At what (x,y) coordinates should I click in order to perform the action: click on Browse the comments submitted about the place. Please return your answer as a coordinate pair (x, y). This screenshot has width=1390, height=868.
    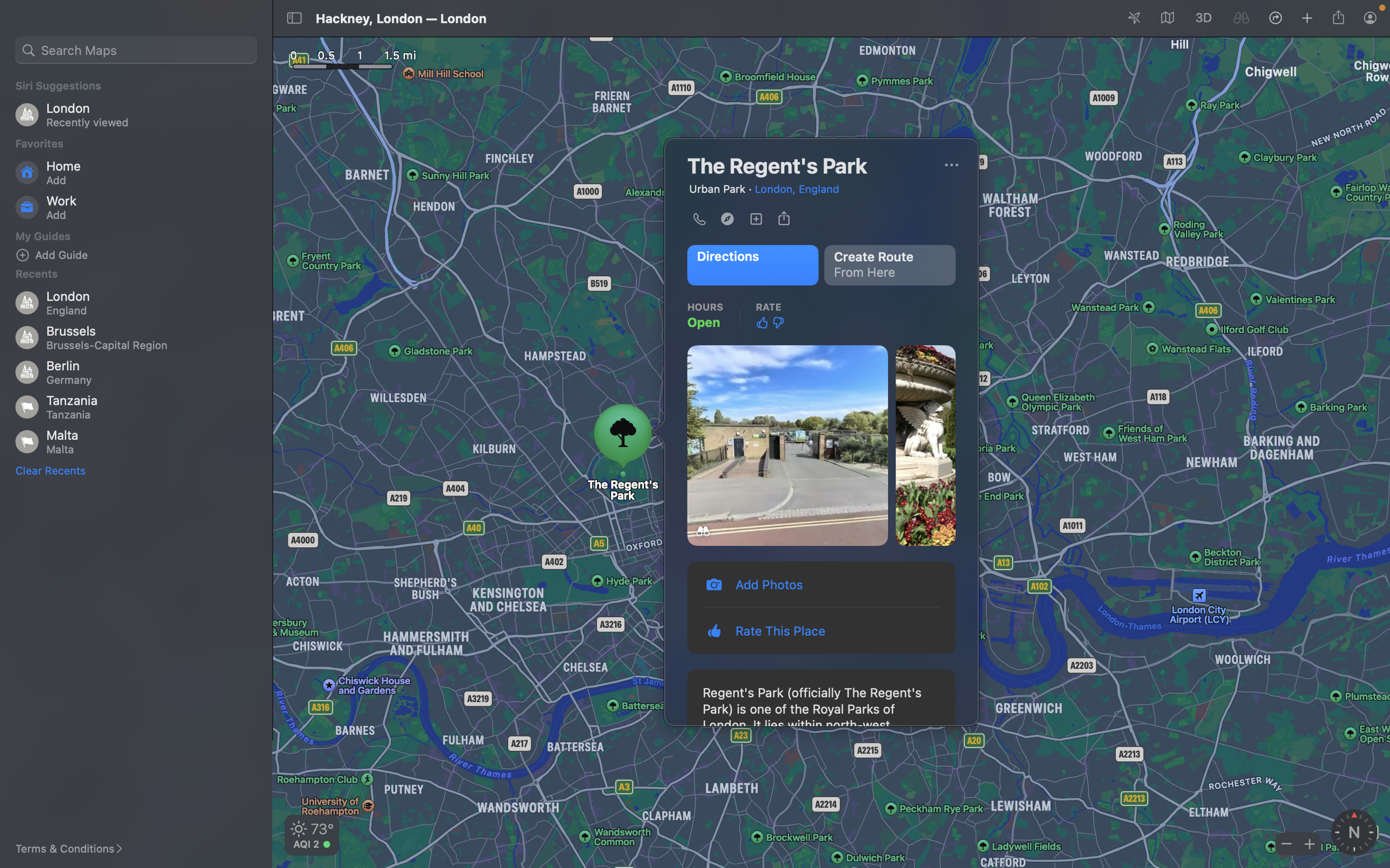
    Looking at the image, I should click on (2366475, 810278).